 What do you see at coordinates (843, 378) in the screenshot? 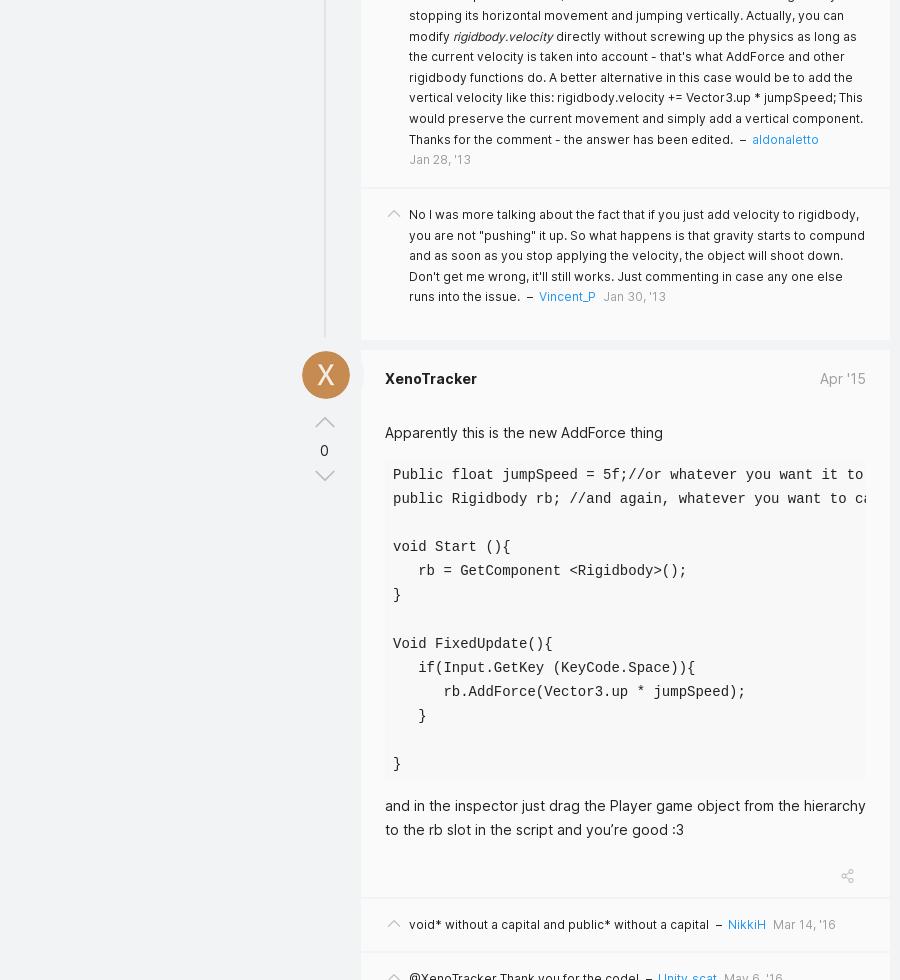
I see `'Apr '15'` at bounding box center [843, 378].